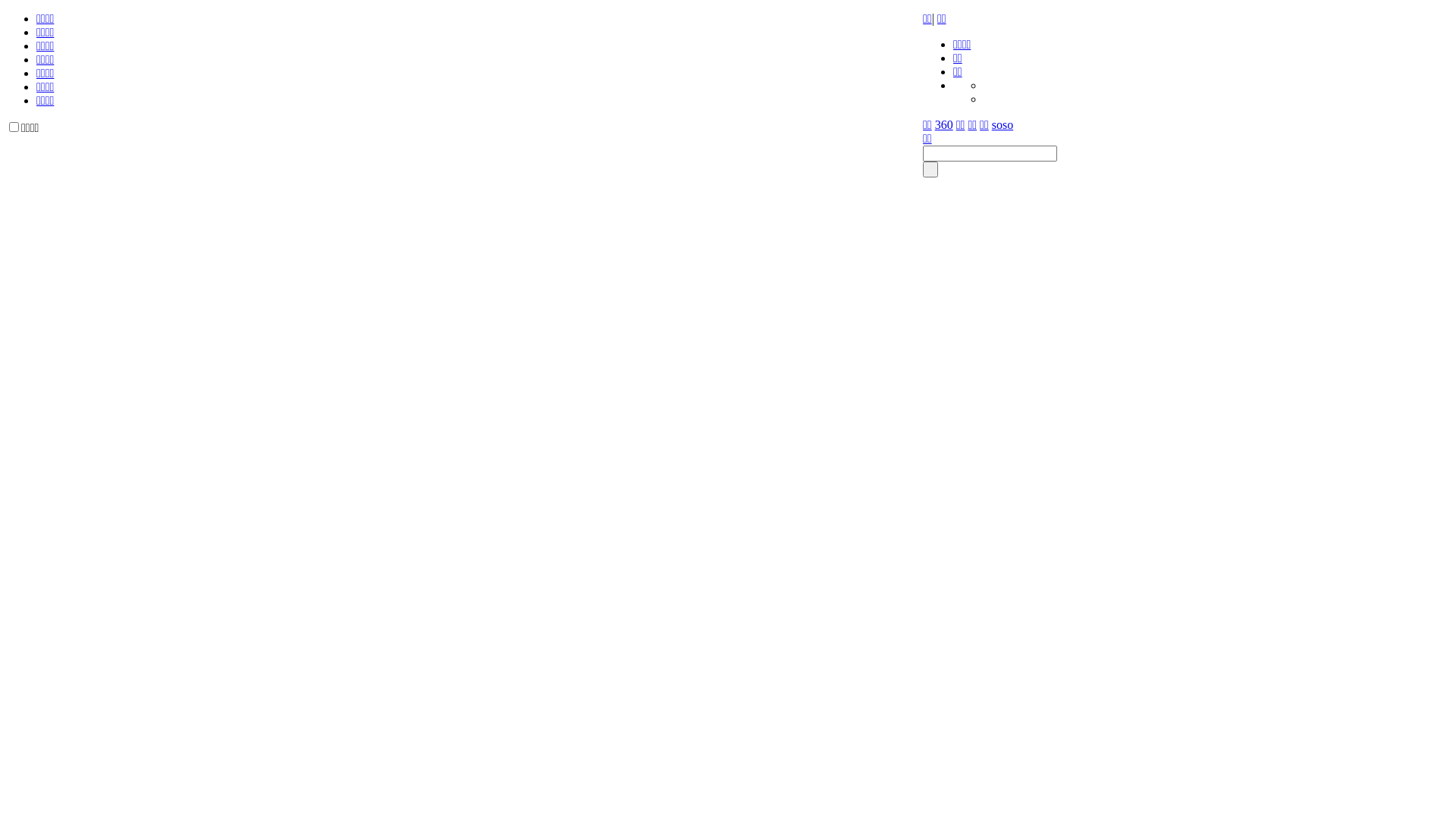  What do you see at coordinates (1002, 124) in the screenshot?
I see `'soso'` at bounding box center [1002, 124].